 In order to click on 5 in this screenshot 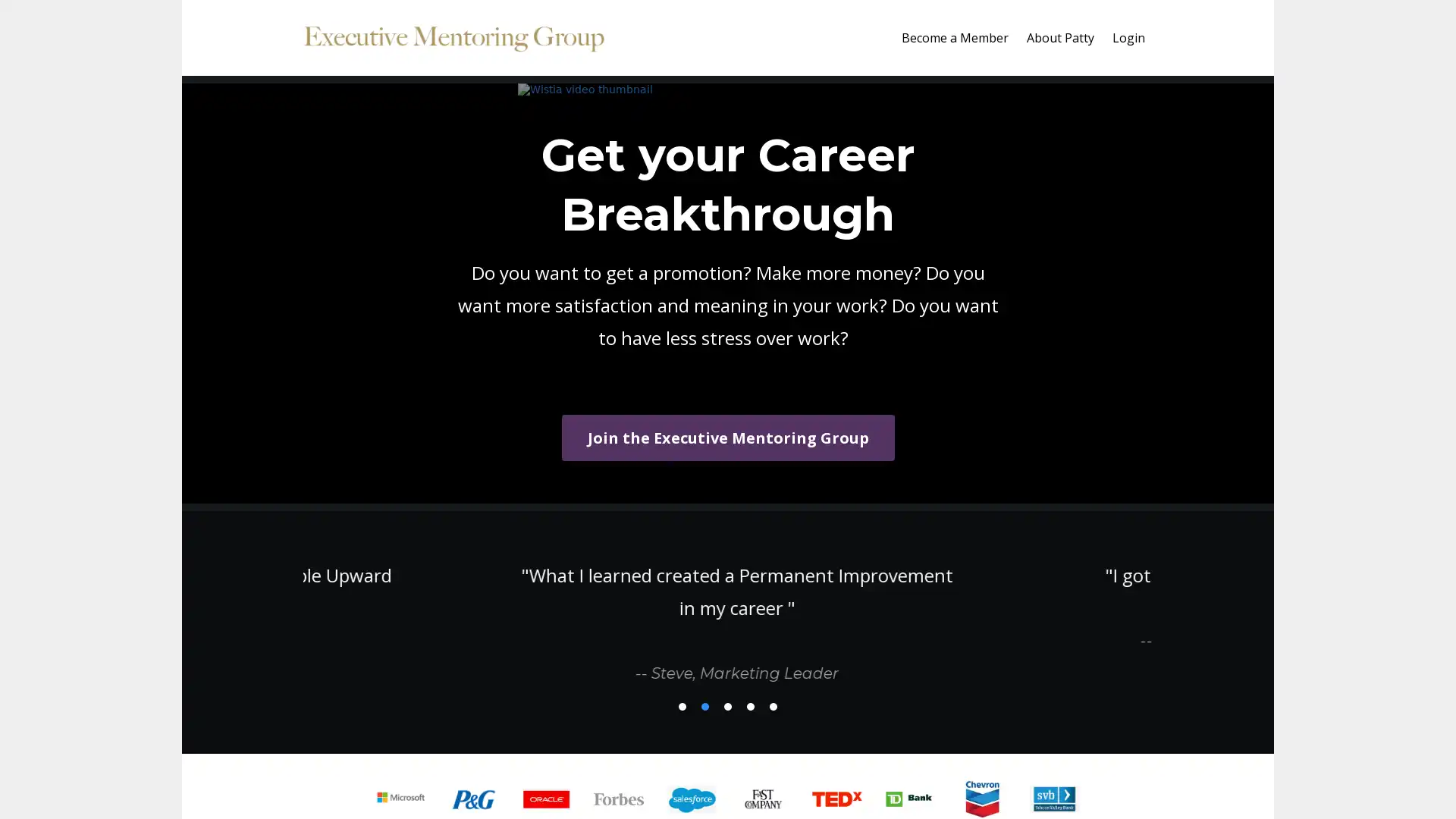, I will do `click(773, 672)`.